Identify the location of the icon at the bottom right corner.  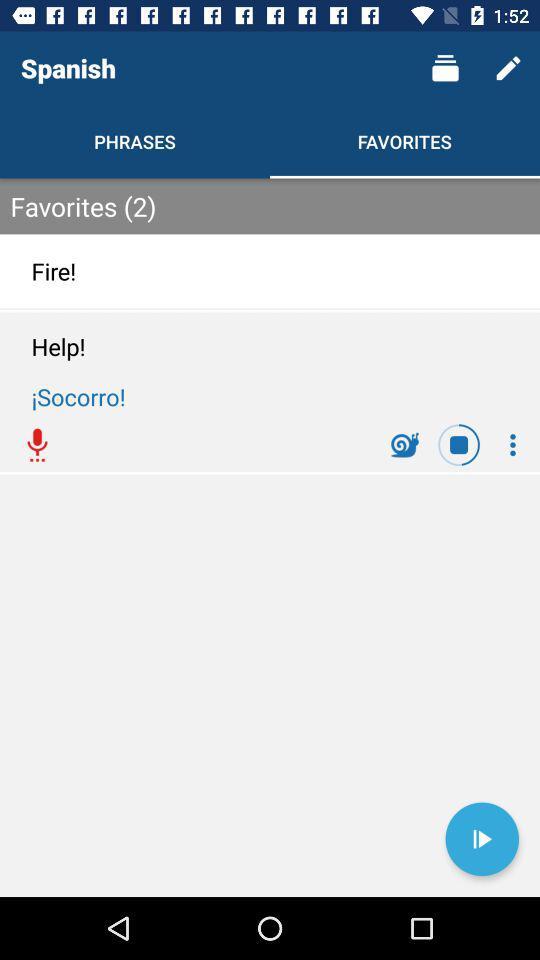
(481, 839).